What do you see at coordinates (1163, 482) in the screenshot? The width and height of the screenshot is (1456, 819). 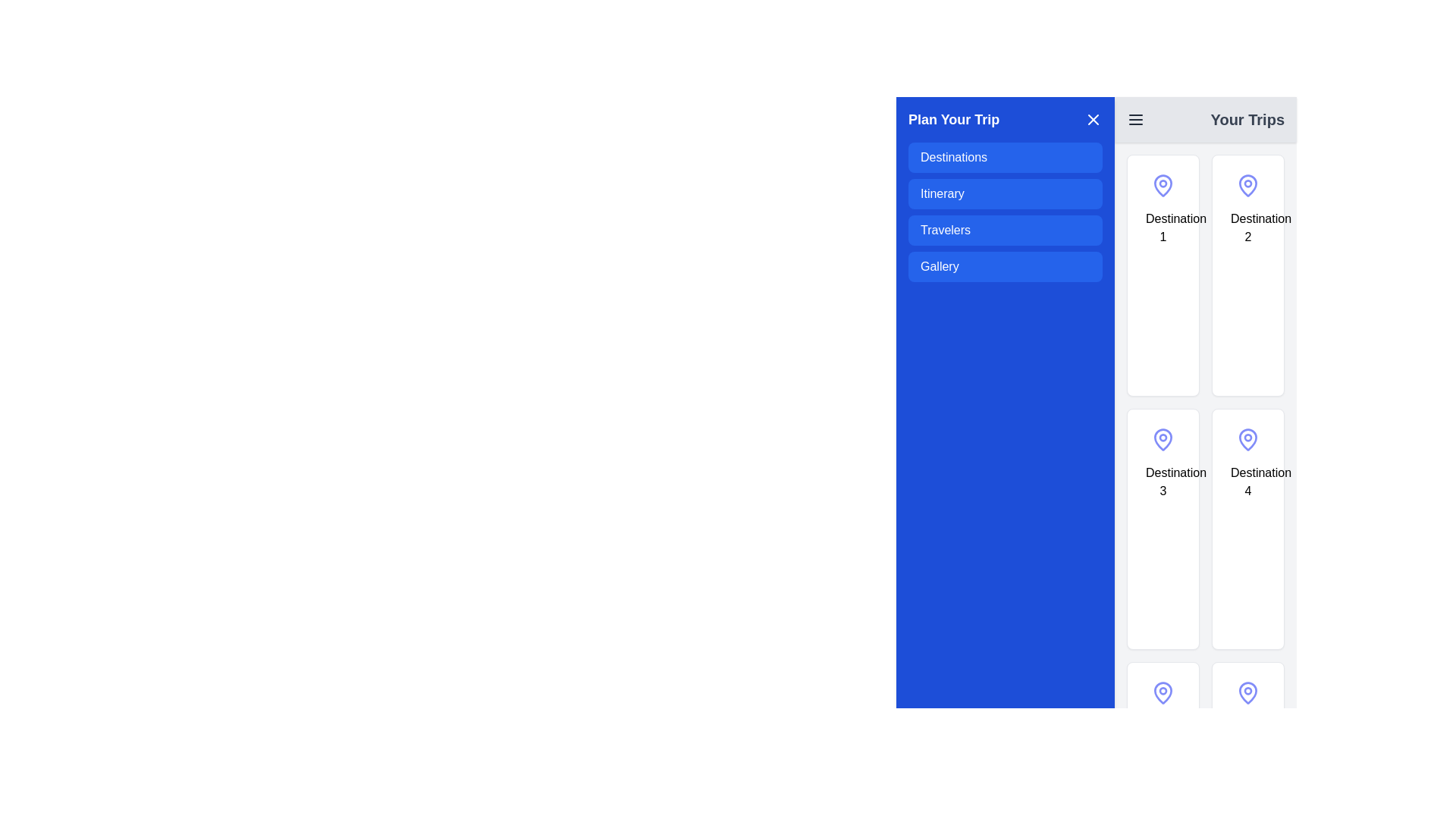 I see `the text label displaying 'Destination 3' located inside a card in the lower-left cell of the grid layout` at bounding box center [1163, 482].